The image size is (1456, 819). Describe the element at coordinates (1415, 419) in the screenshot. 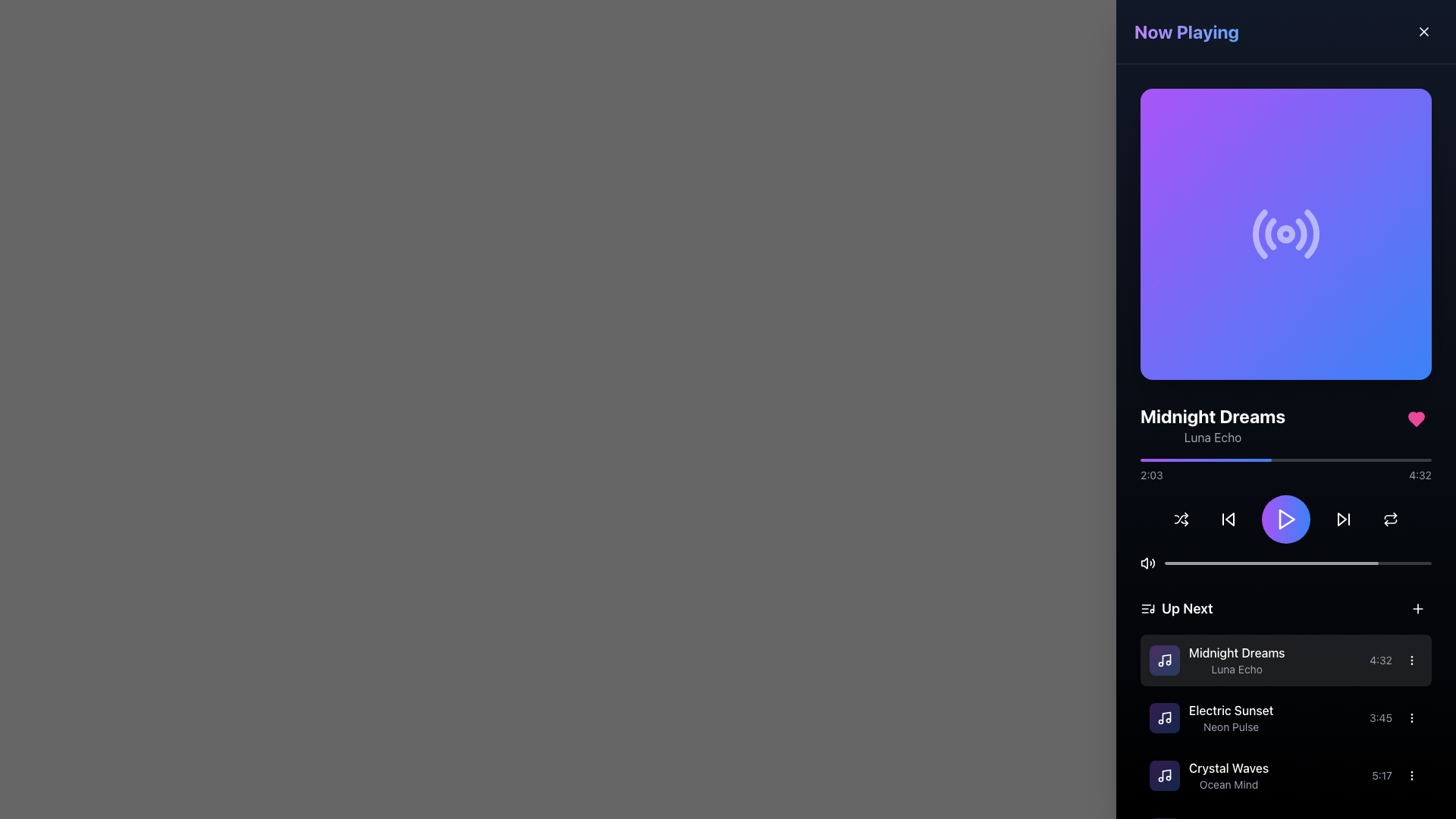

I see `the pink heart-shaped icon to favorite or unfavorite the song 'Midnight Dreams - Luna Echo', located in the top-right corner of the song details section` at that location.